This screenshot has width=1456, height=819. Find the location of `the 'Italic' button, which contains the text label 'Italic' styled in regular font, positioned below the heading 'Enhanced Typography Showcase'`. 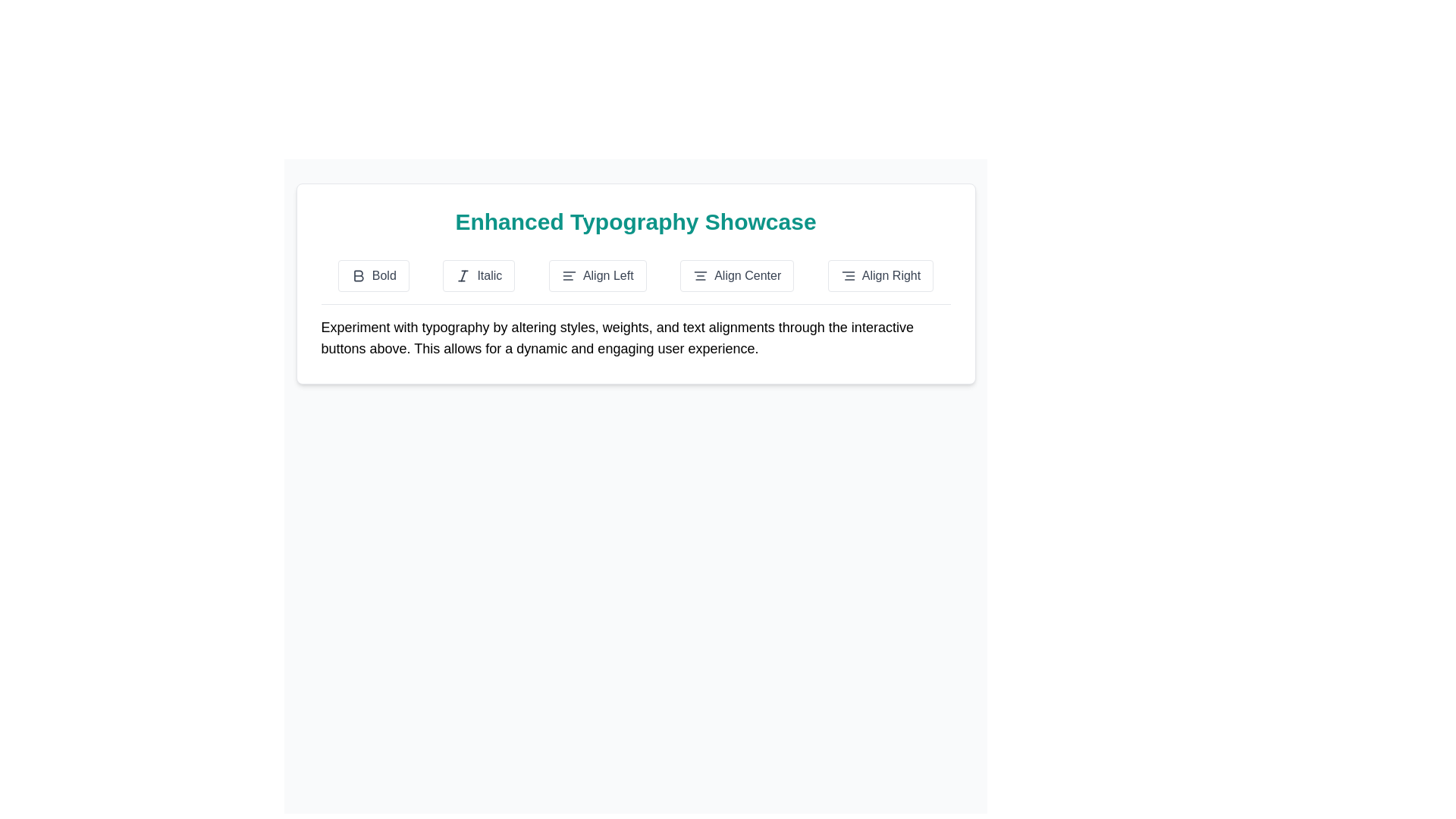

the 'Italic' button, which contains the text label 'Italic' styled in regular font, positioned below the heading 'Enhanced Typography Showcase' is located at coordinates (489, 275).